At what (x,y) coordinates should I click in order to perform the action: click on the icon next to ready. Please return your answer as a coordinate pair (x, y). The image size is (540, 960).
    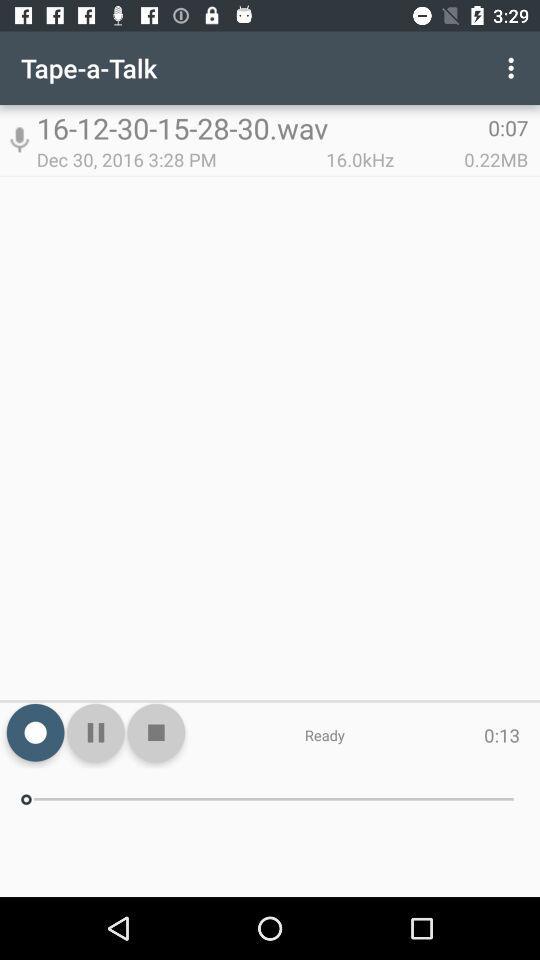
    Looking at the image, I should click on (155, 731).